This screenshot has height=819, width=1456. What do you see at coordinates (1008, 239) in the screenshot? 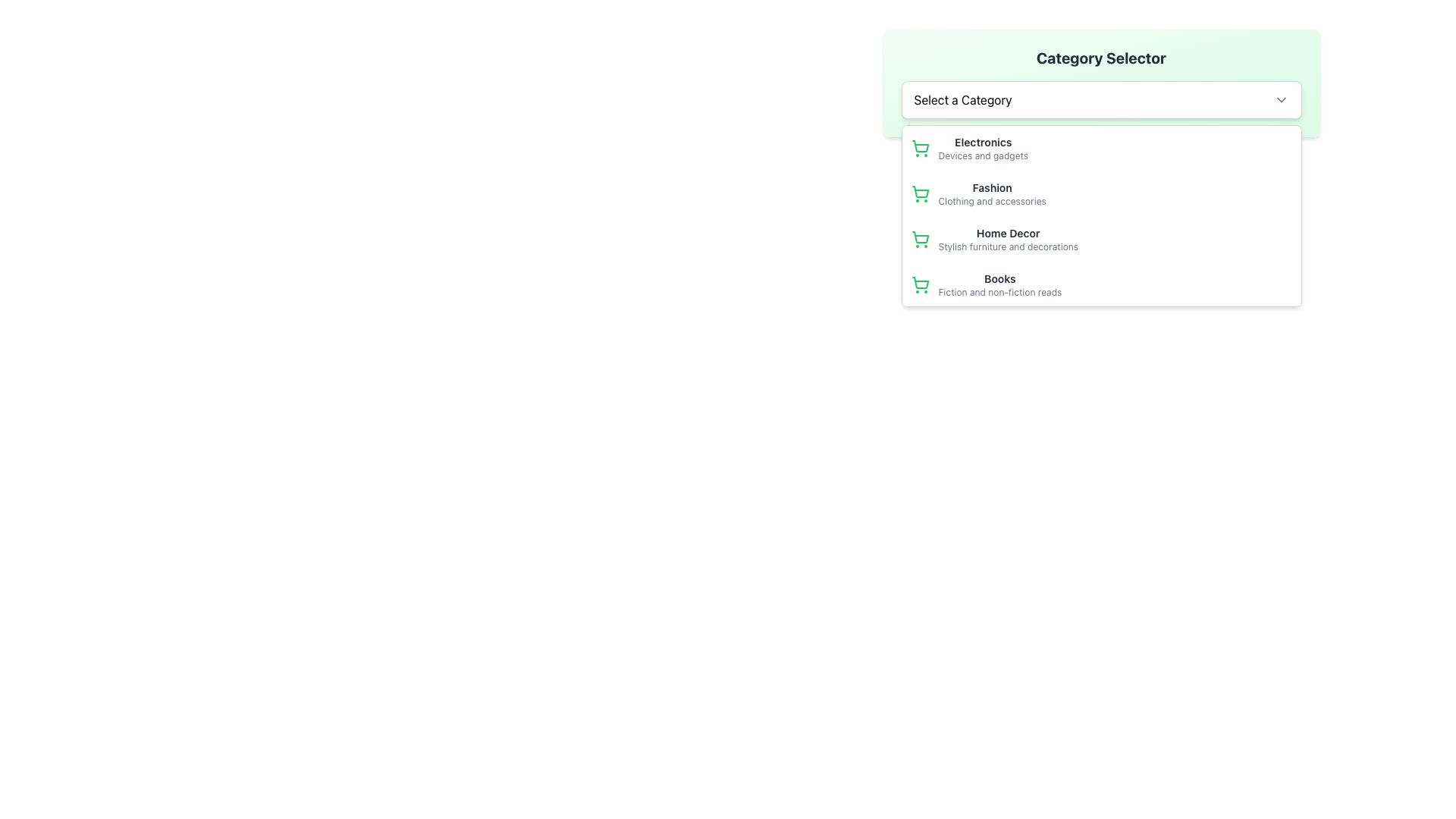
I see `the 'Home Decor' category list item, which features bold text for the title and smaller descriptive text beneath it` at bounding box center [1008, 239].